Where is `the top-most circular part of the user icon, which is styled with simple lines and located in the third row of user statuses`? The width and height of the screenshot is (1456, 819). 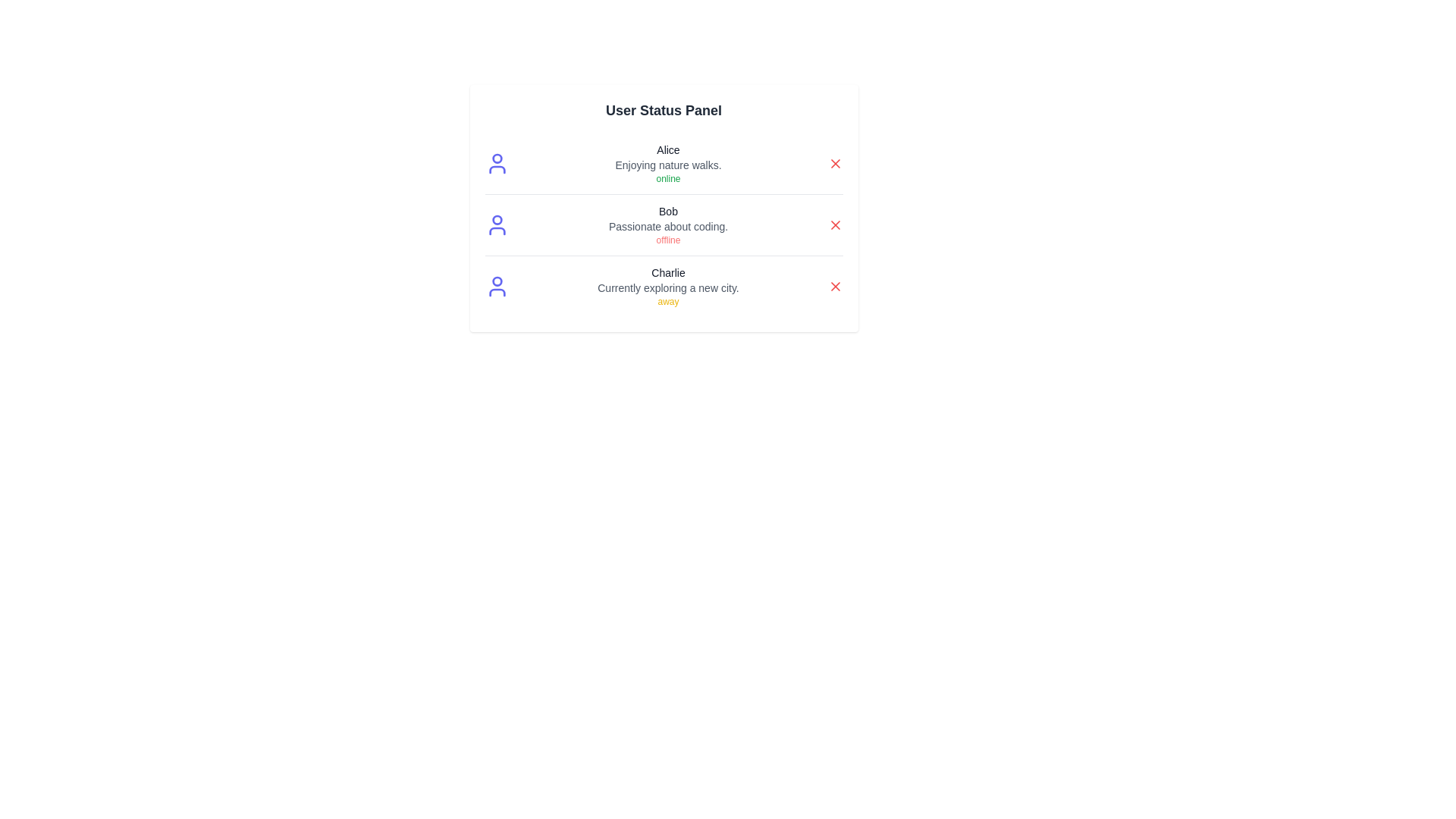
the top-most circular part of the user icon, which is styled with simple lines and located in the third row of user statuses is located at coordinates (497, 281).